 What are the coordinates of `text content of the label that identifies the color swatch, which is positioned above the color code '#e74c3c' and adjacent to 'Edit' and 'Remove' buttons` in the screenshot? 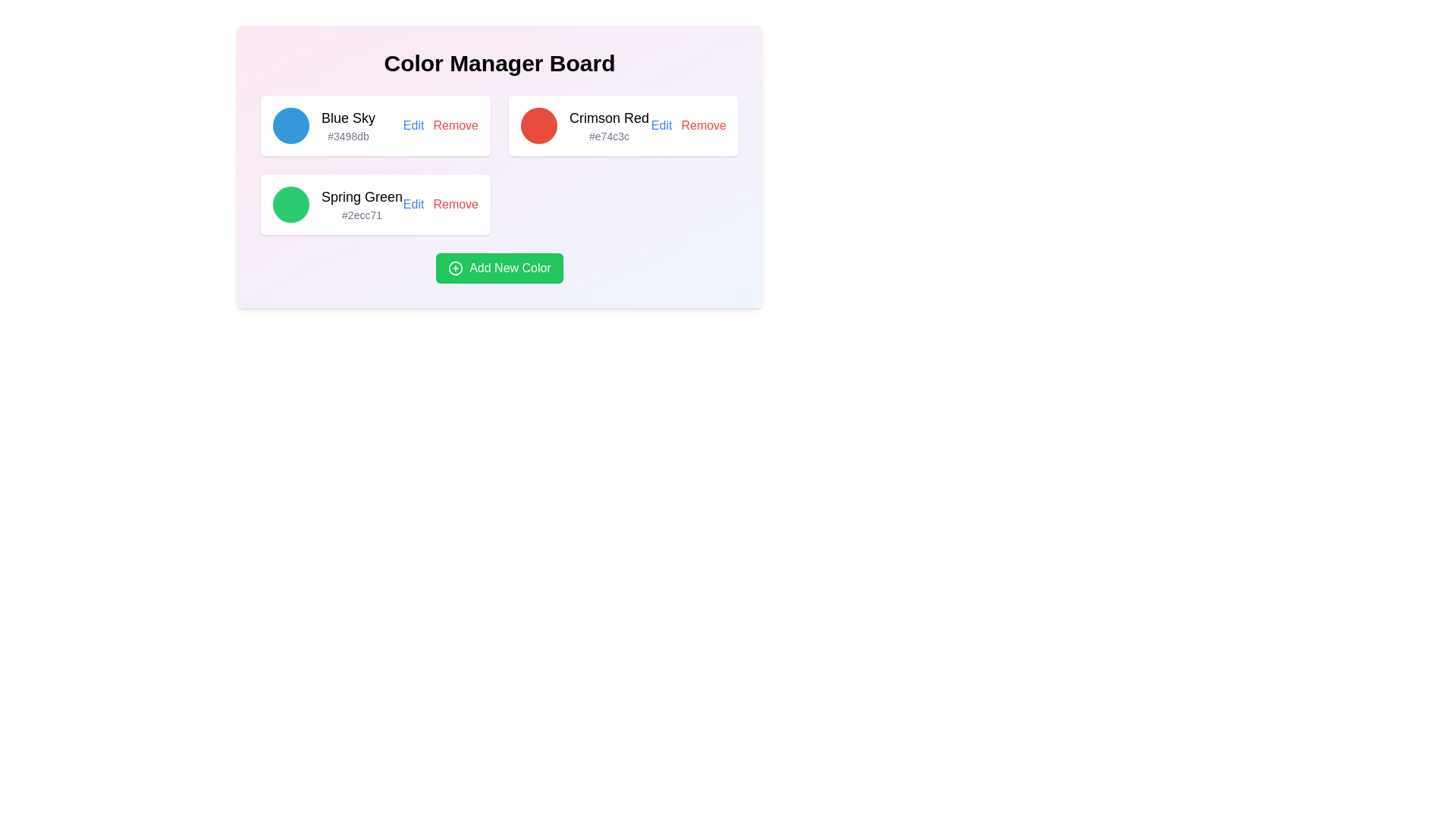 It's located at (609, 117).